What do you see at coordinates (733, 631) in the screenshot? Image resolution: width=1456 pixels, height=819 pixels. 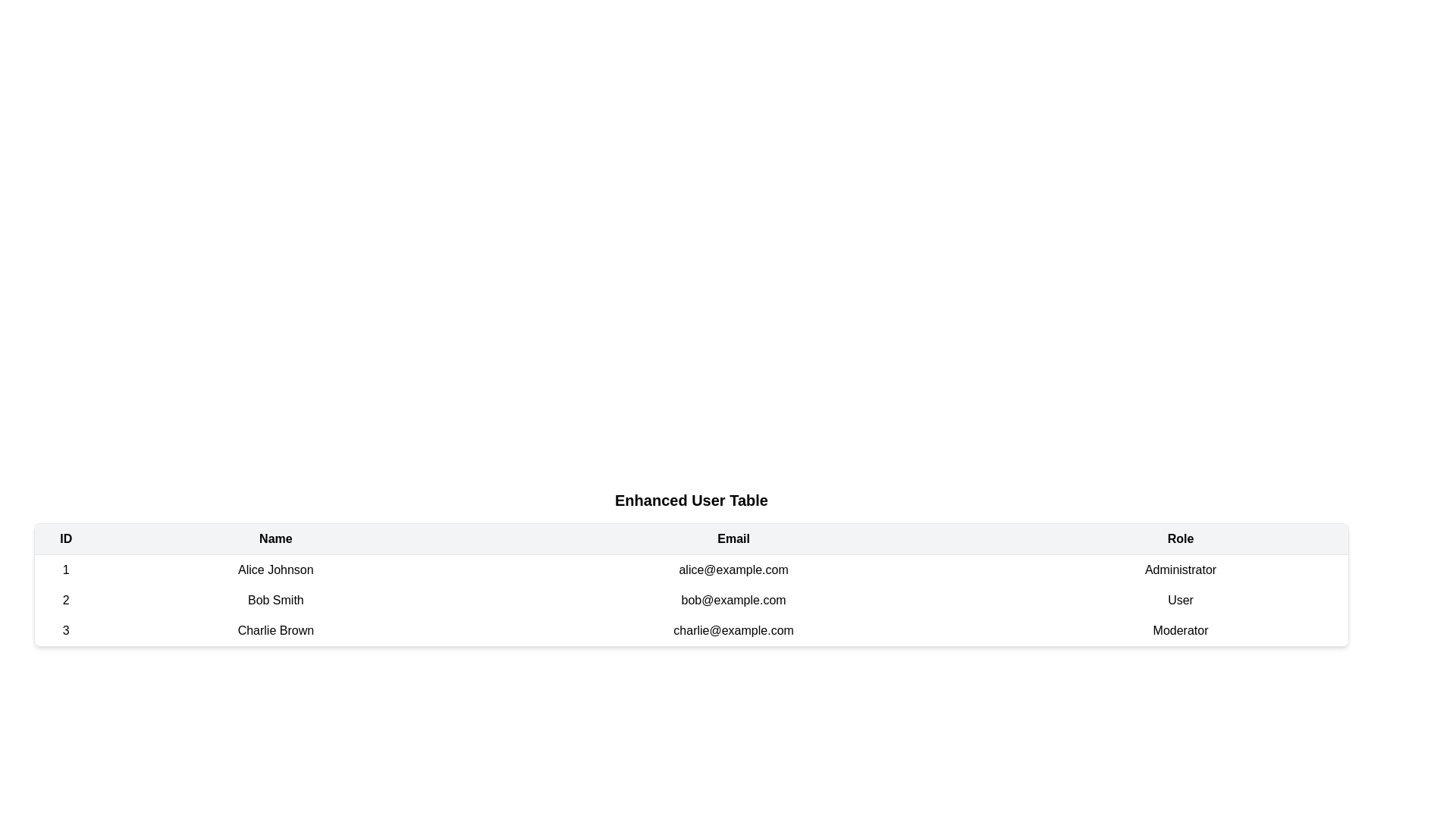 I see `the text label displaying the email address 'charlie@example.com', located in the third row of the 'Email' column between 'Charlie Brown' and 'Moderator'` at bounding box center [733, 631].